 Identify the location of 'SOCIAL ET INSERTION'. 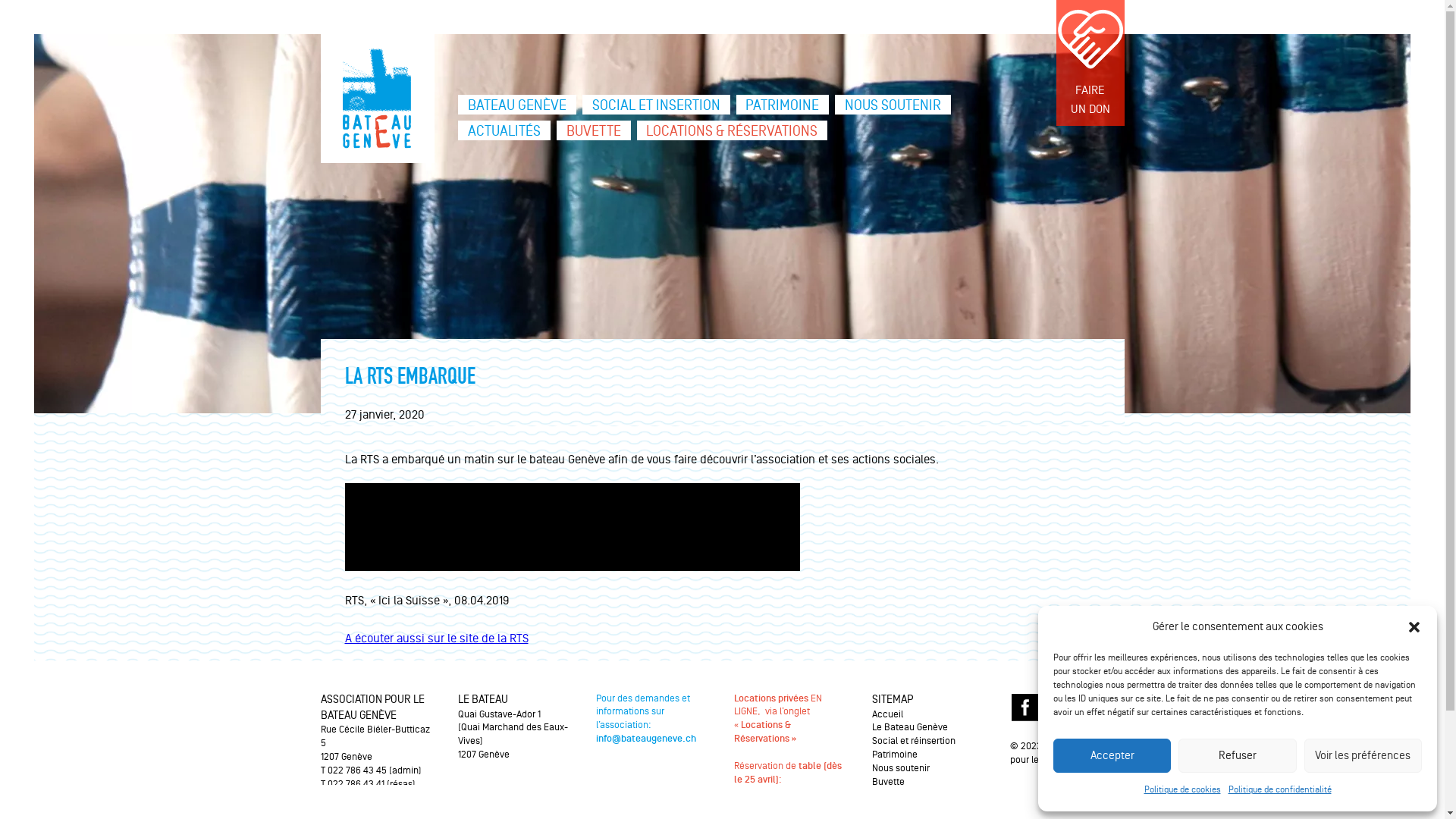
(656, 104).